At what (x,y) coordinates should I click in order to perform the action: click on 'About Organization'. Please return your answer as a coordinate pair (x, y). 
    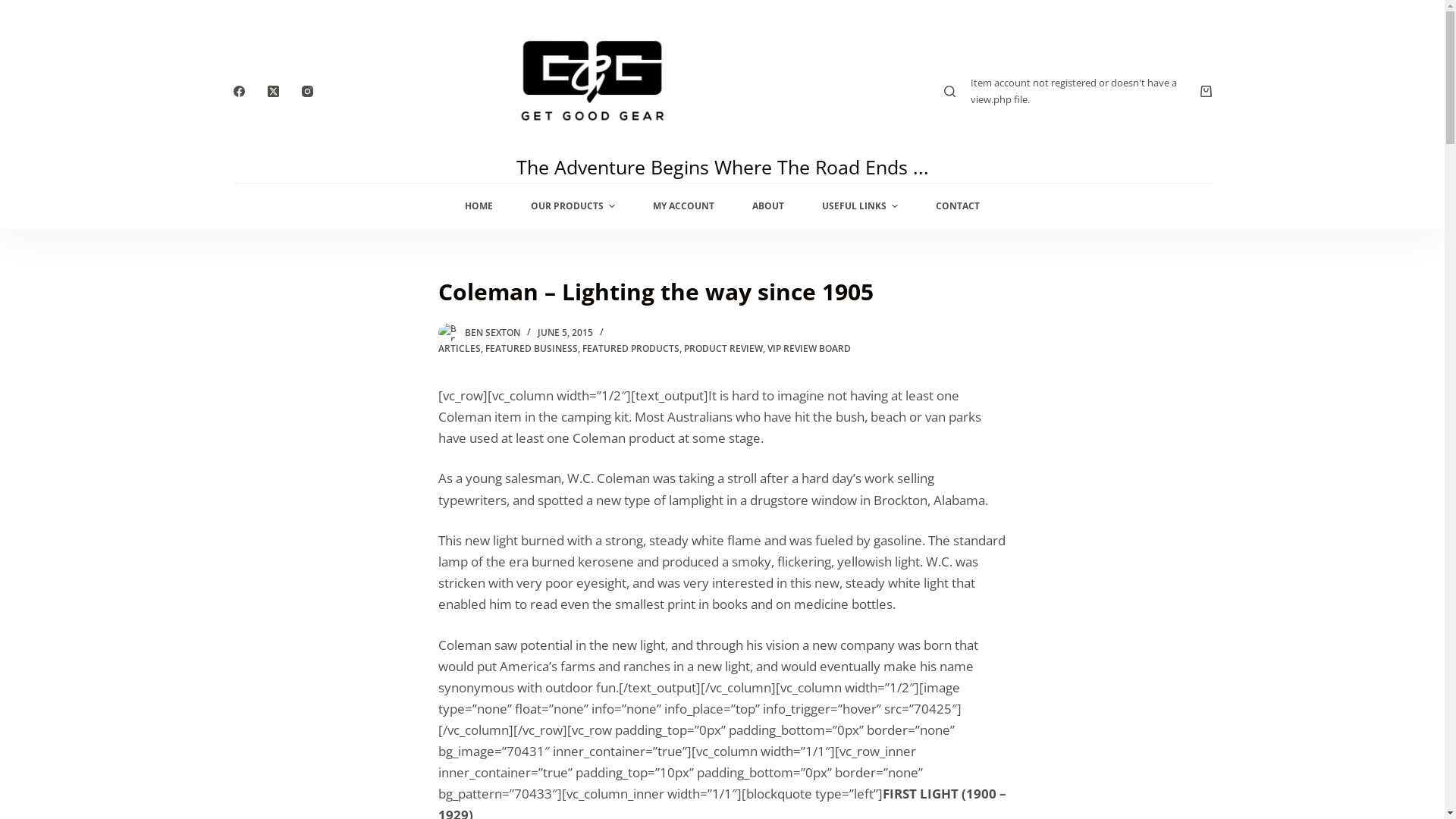
    Looking at the image, I should click on (232, 535).